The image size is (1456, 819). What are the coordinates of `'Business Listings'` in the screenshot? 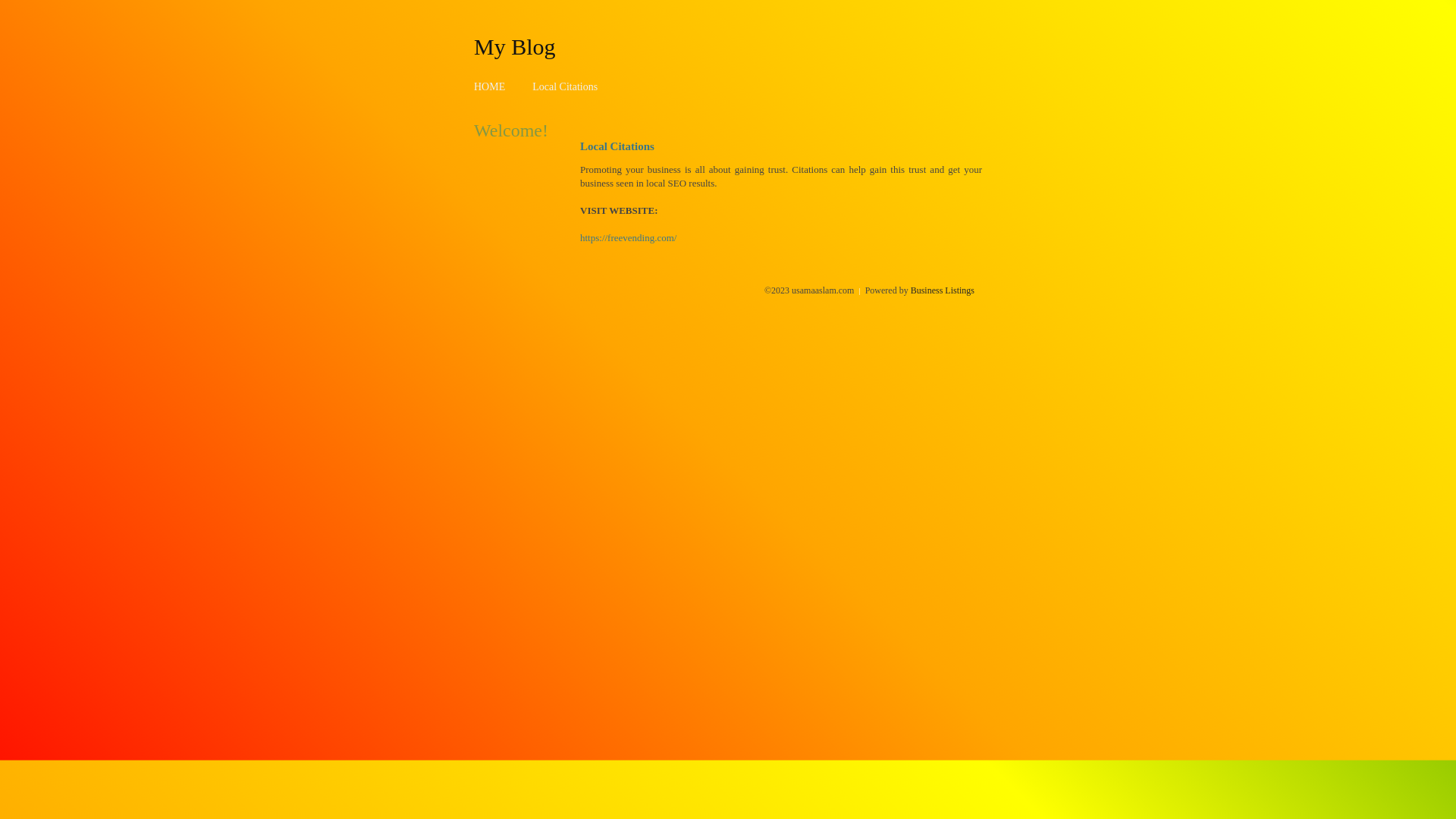 It's located at (942, 290).